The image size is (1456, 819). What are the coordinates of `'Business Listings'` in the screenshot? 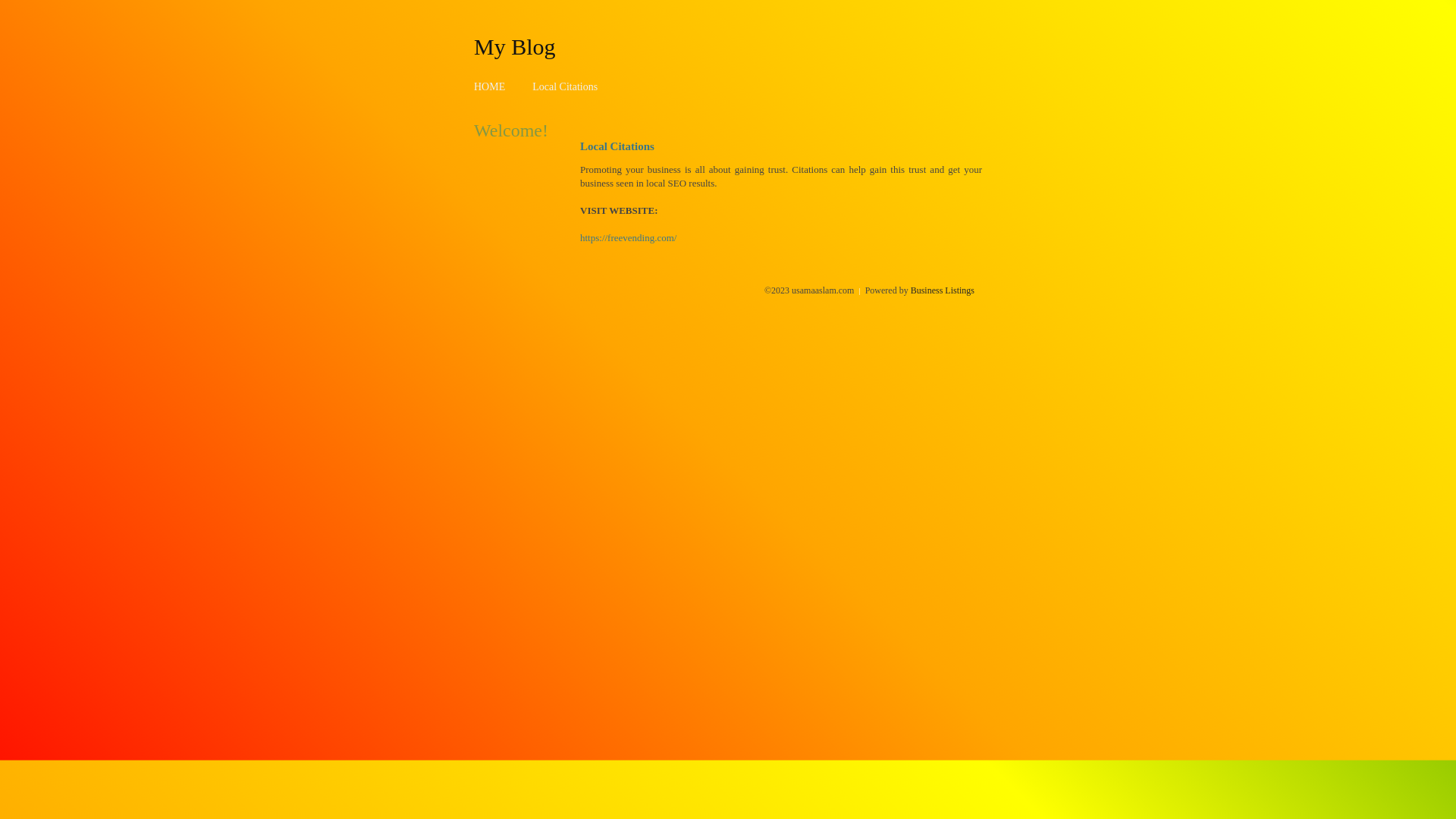 It's located at (942, 290).